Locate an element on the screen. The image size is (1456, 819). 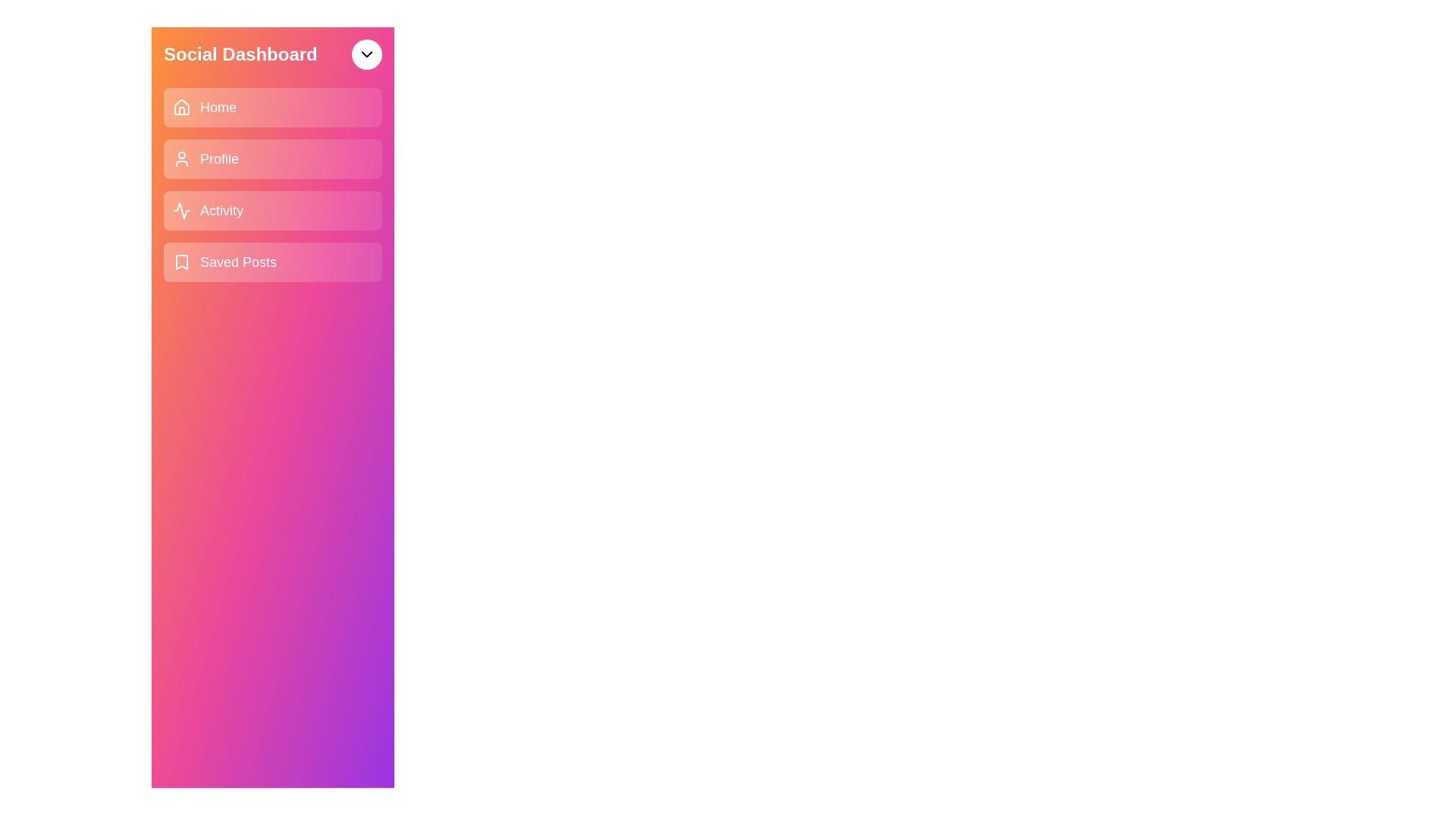
the menu item Activity from the list is located at coordinates (273, 210).